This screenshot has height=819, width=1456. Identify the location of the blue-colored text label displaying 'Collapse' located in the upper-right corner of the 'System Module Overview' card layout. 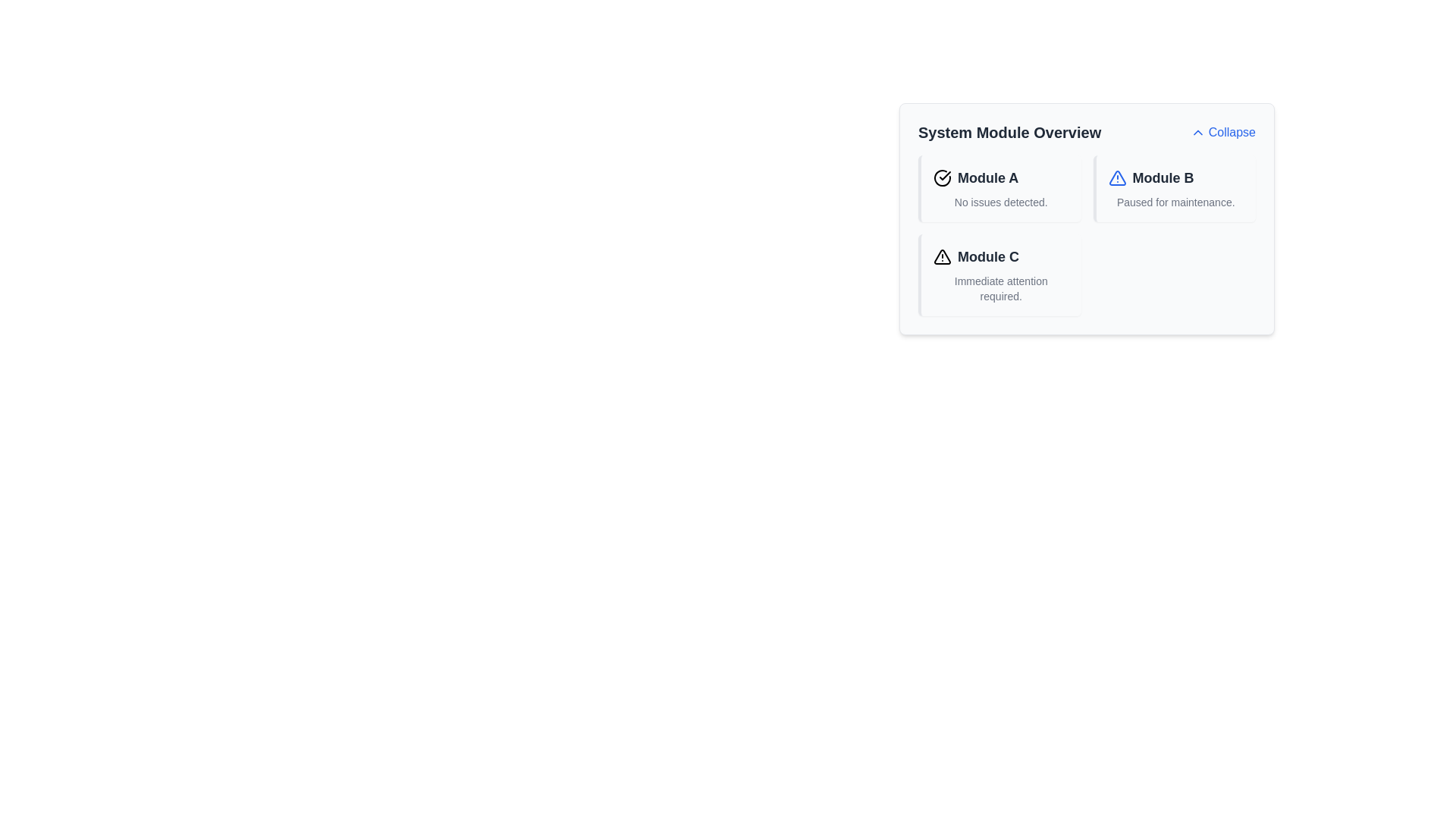
(1232, 131).